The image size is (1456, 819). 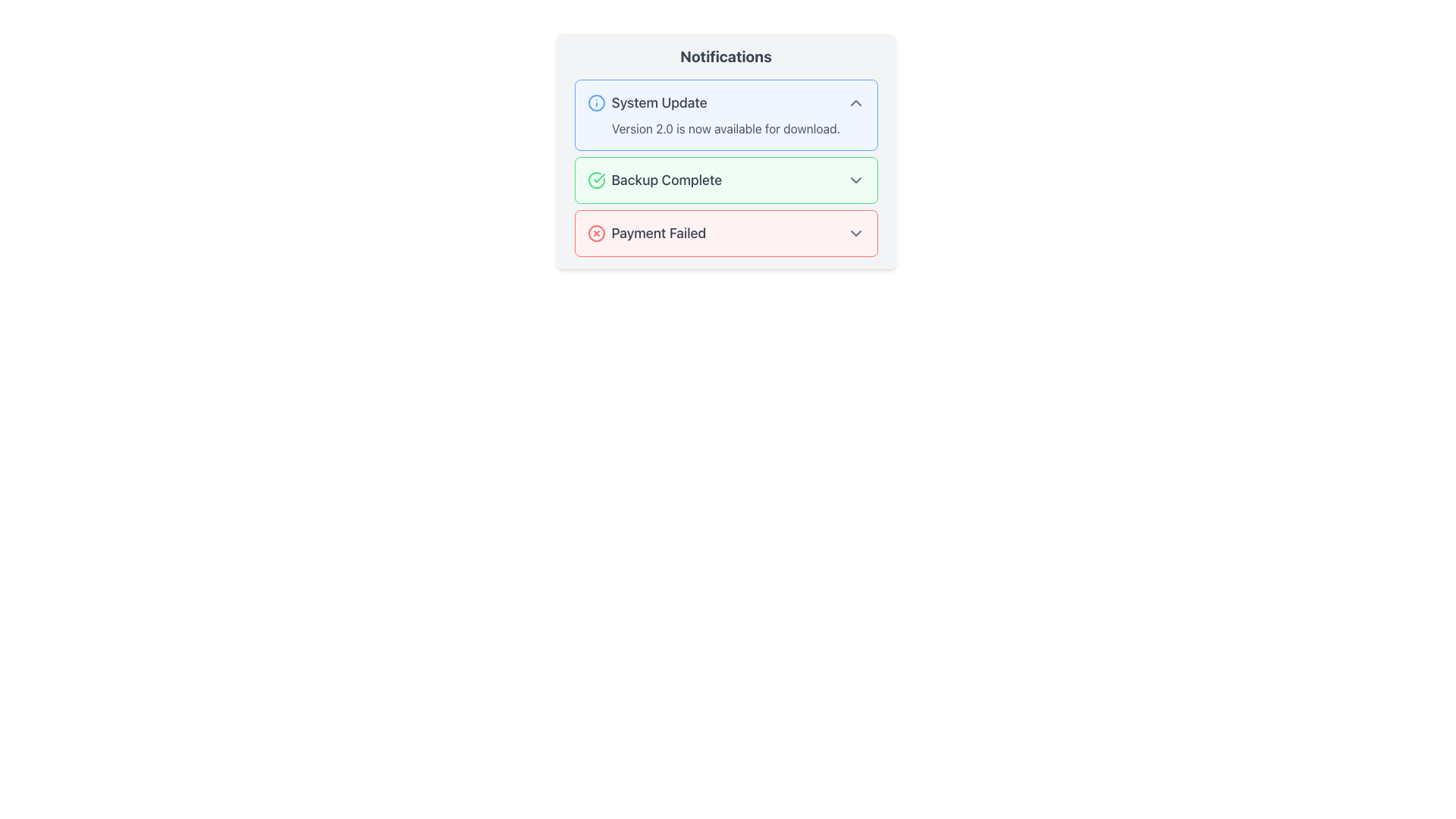 I want to click on the circular red outlined icon with a red 'X' symbol, which is aligned with the 'Payment Failed' notification text, positioned at the far left of the notification item, so click(x=595, y=234).